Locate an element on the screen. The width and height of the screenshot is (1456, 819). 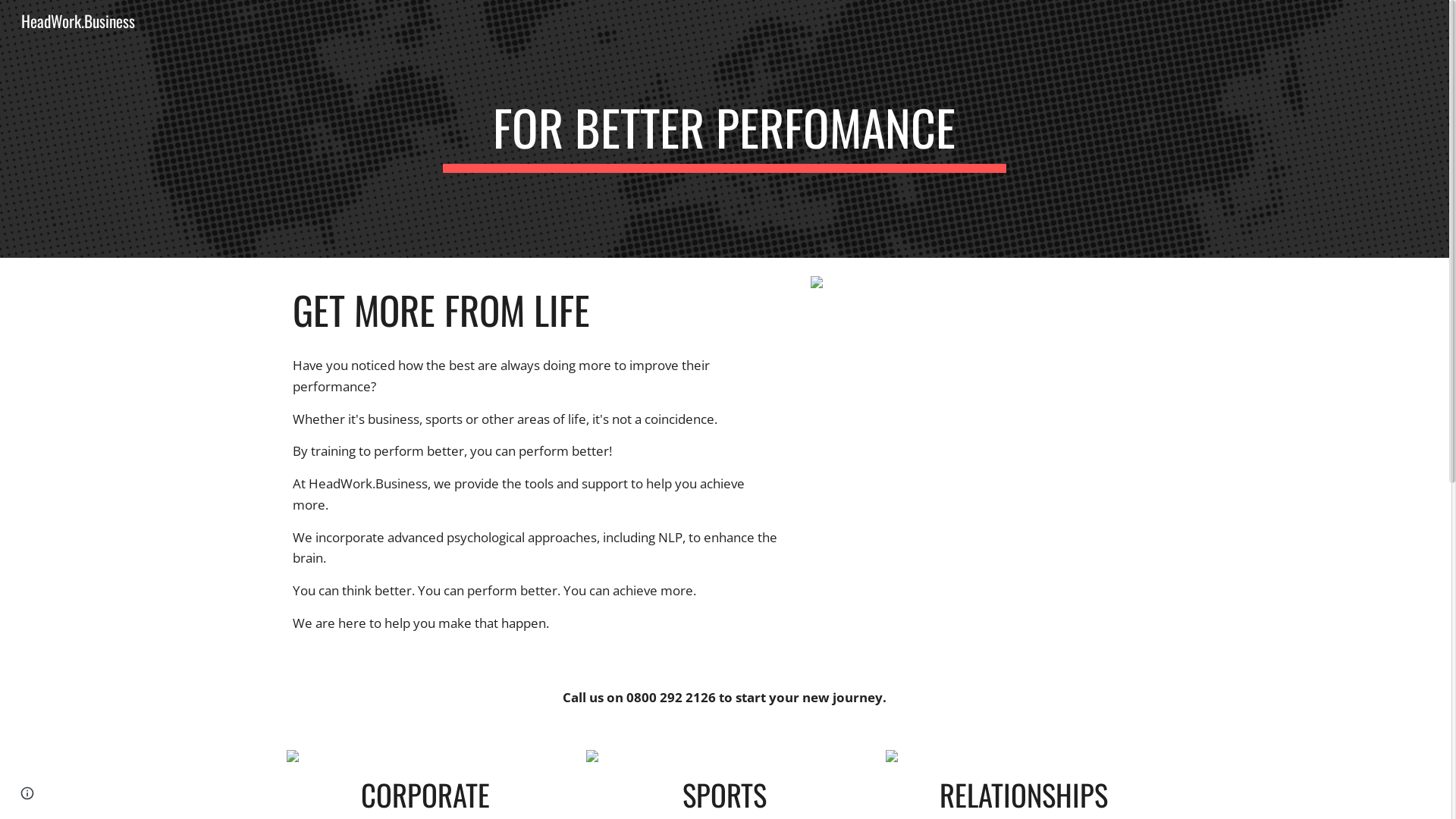
'HeadWork.Business' is located at coordinates (77, 18).